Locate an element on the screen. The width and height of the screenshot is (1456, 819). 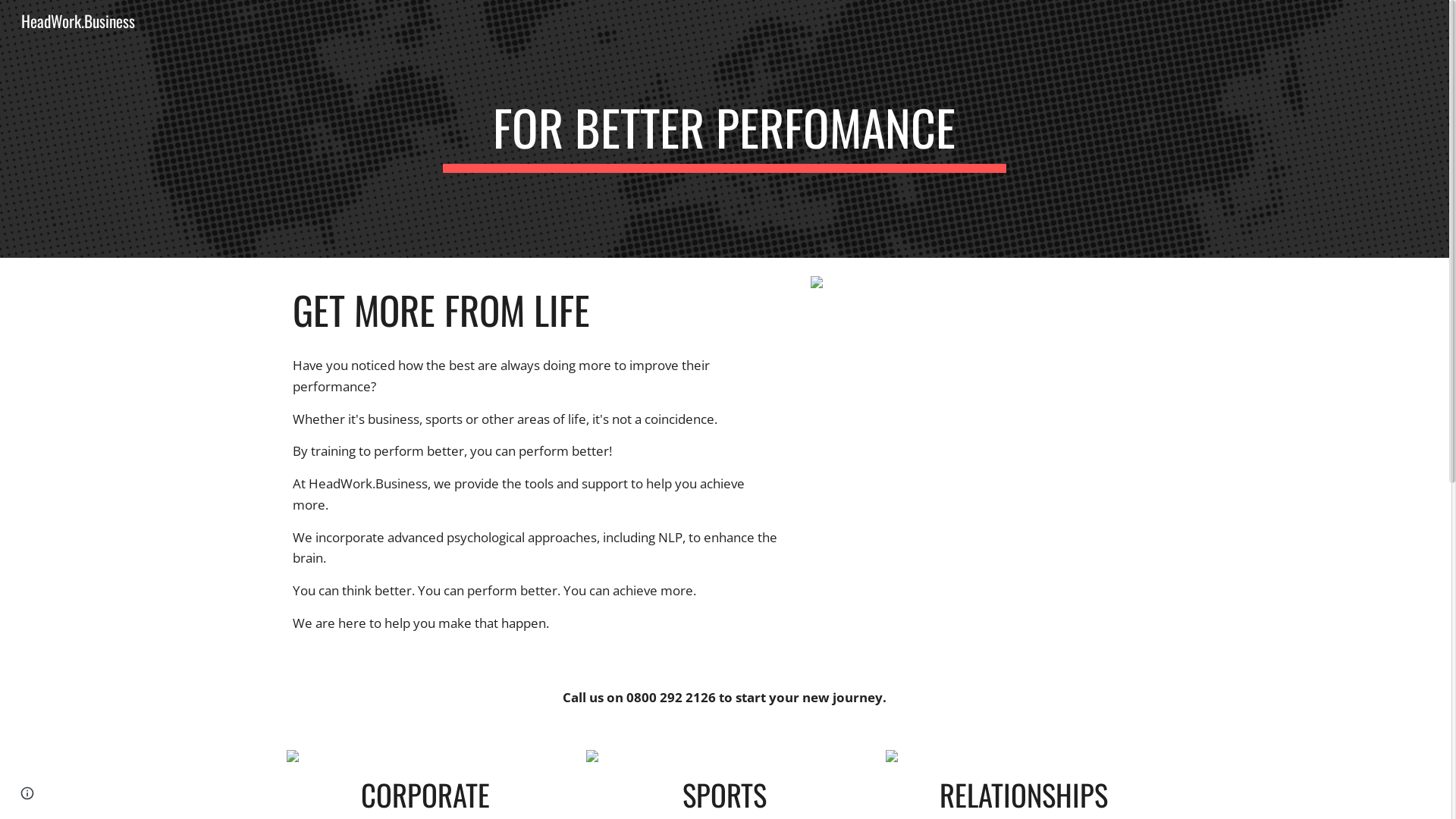
'HeadWork.Business' is located at coordinates (77, 18).